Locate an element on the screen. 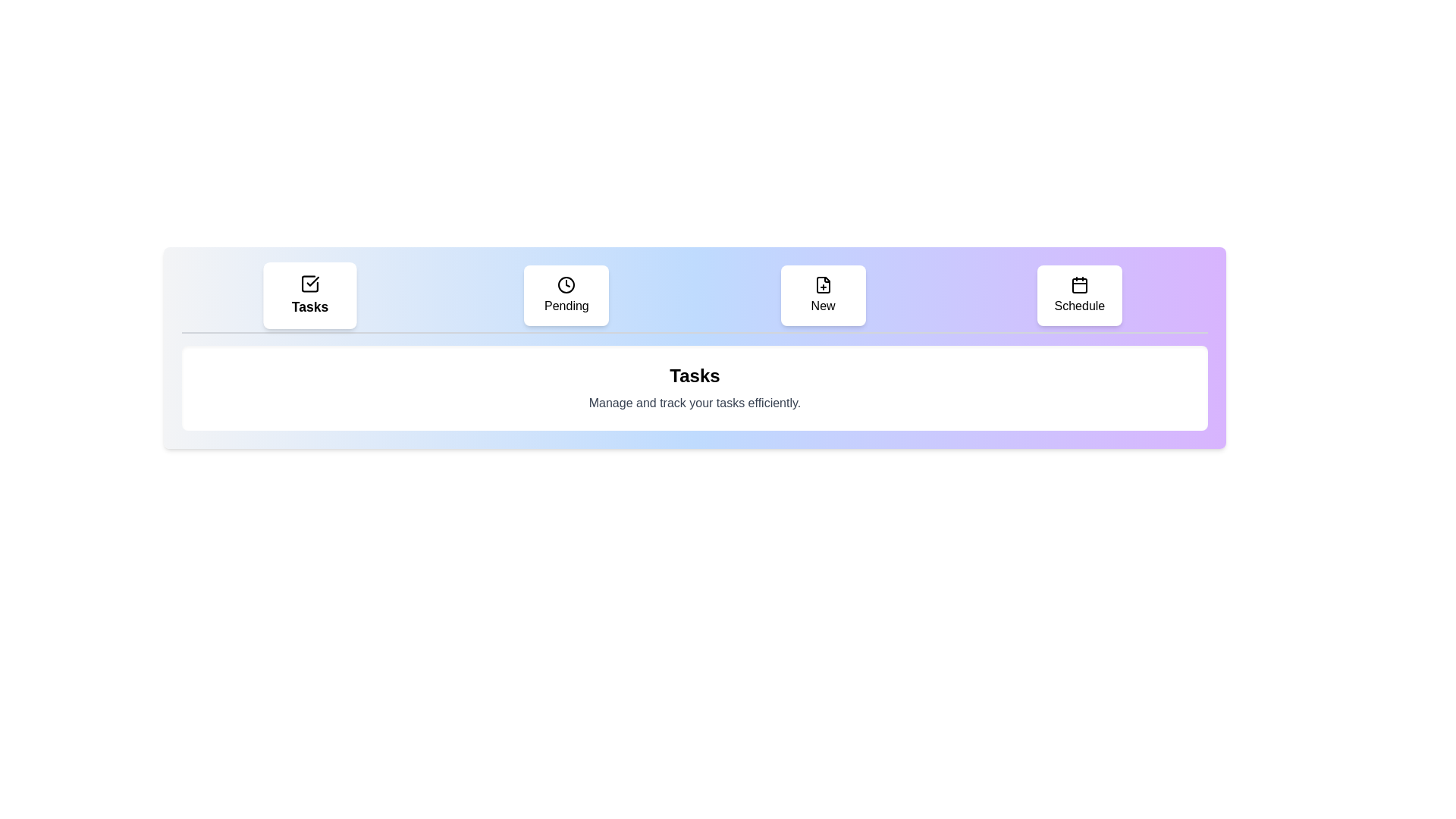 The width and height of the screenshot is (1456, 819). the tab labeled Schedule to select it is located at coordinates (1078, 295).